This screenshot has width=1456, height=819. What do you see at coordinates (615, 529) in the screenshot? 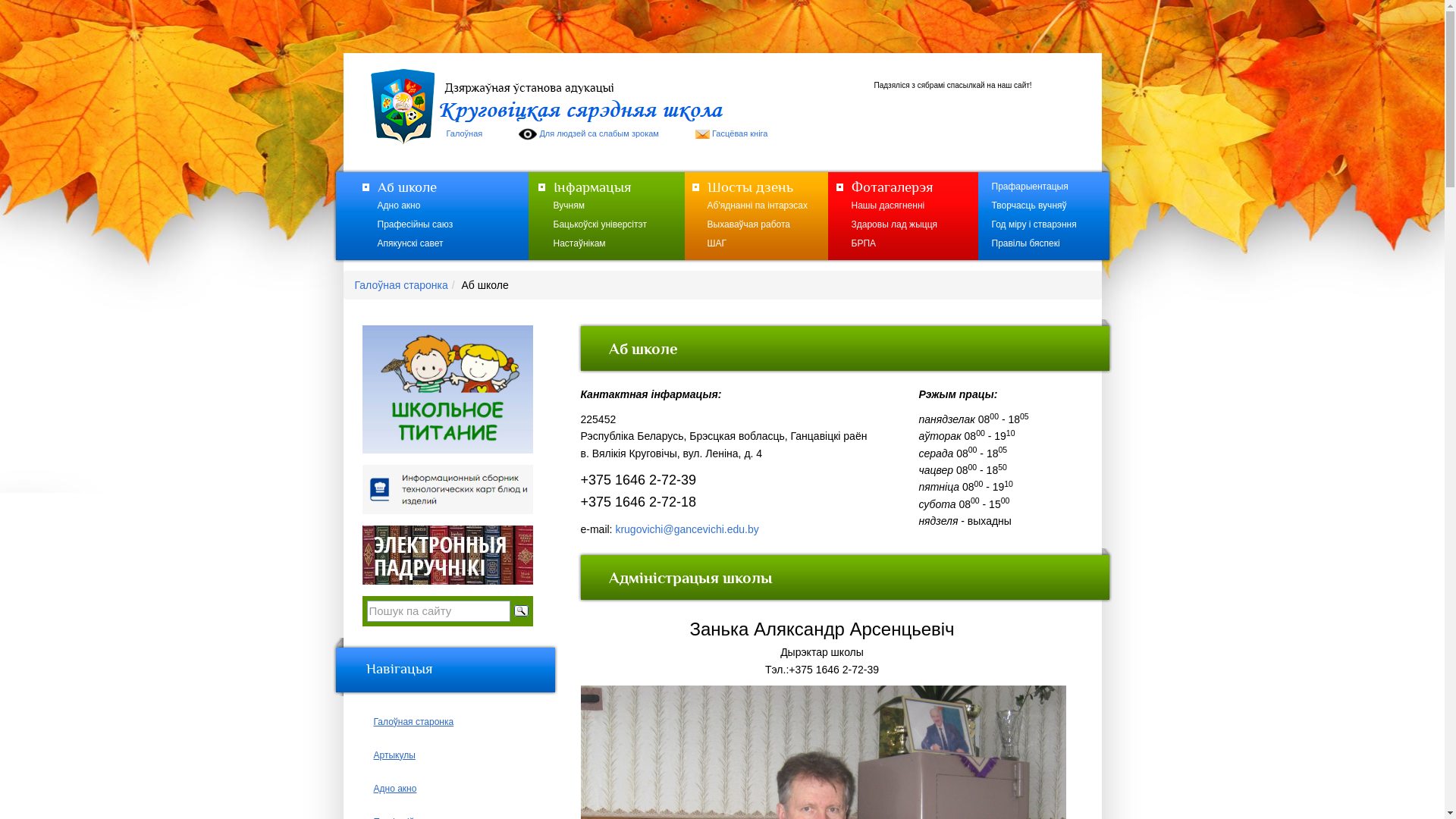
I see `'krugovichi@gancevichi.edu.by'` at bounding box center [615, 529].